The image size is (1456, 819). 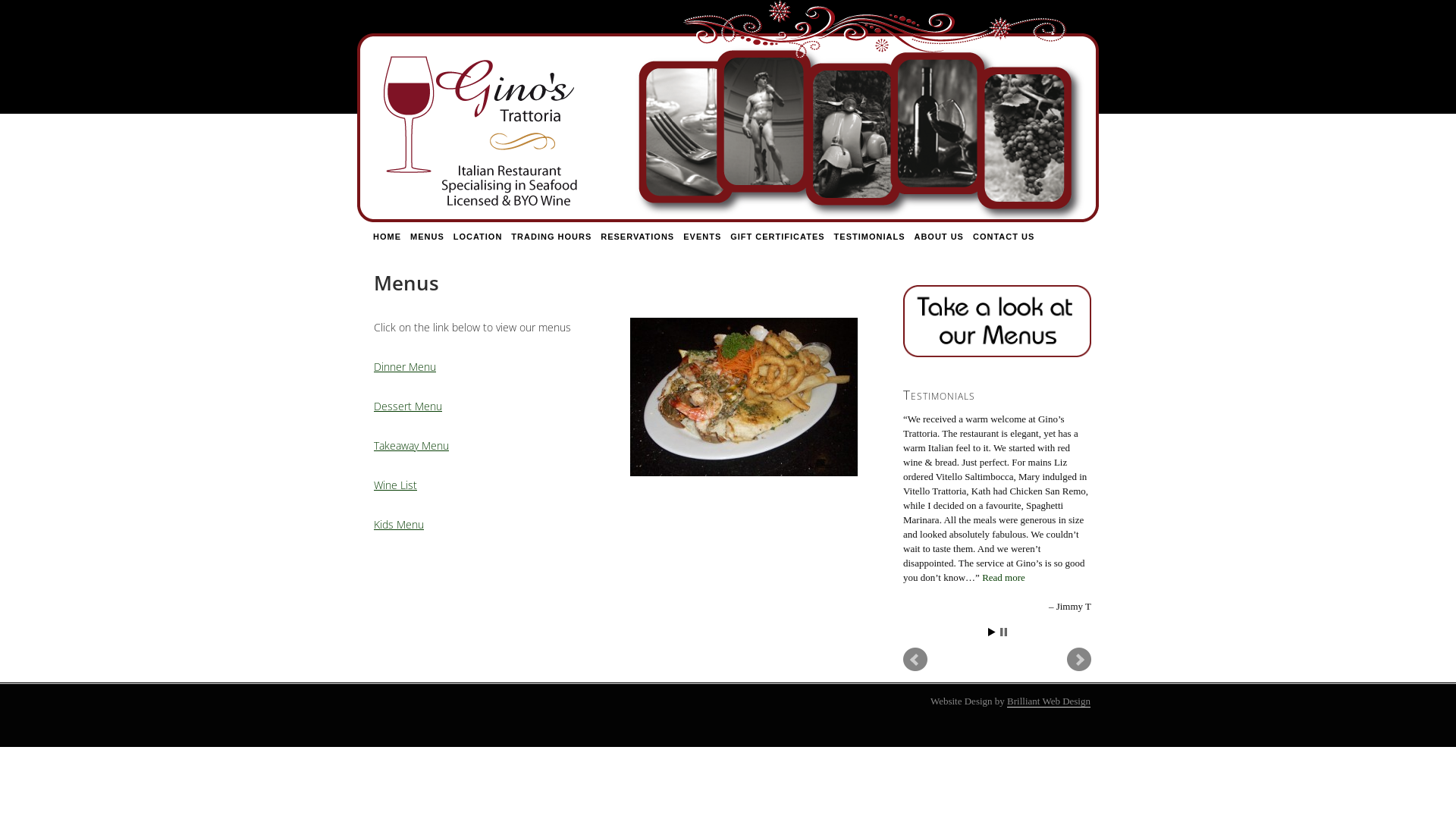 What do you see at coordinates (777, 237) in the screenshot?
I see `'GIFT CERTIFICATES'` at bounding box center [777, 237].